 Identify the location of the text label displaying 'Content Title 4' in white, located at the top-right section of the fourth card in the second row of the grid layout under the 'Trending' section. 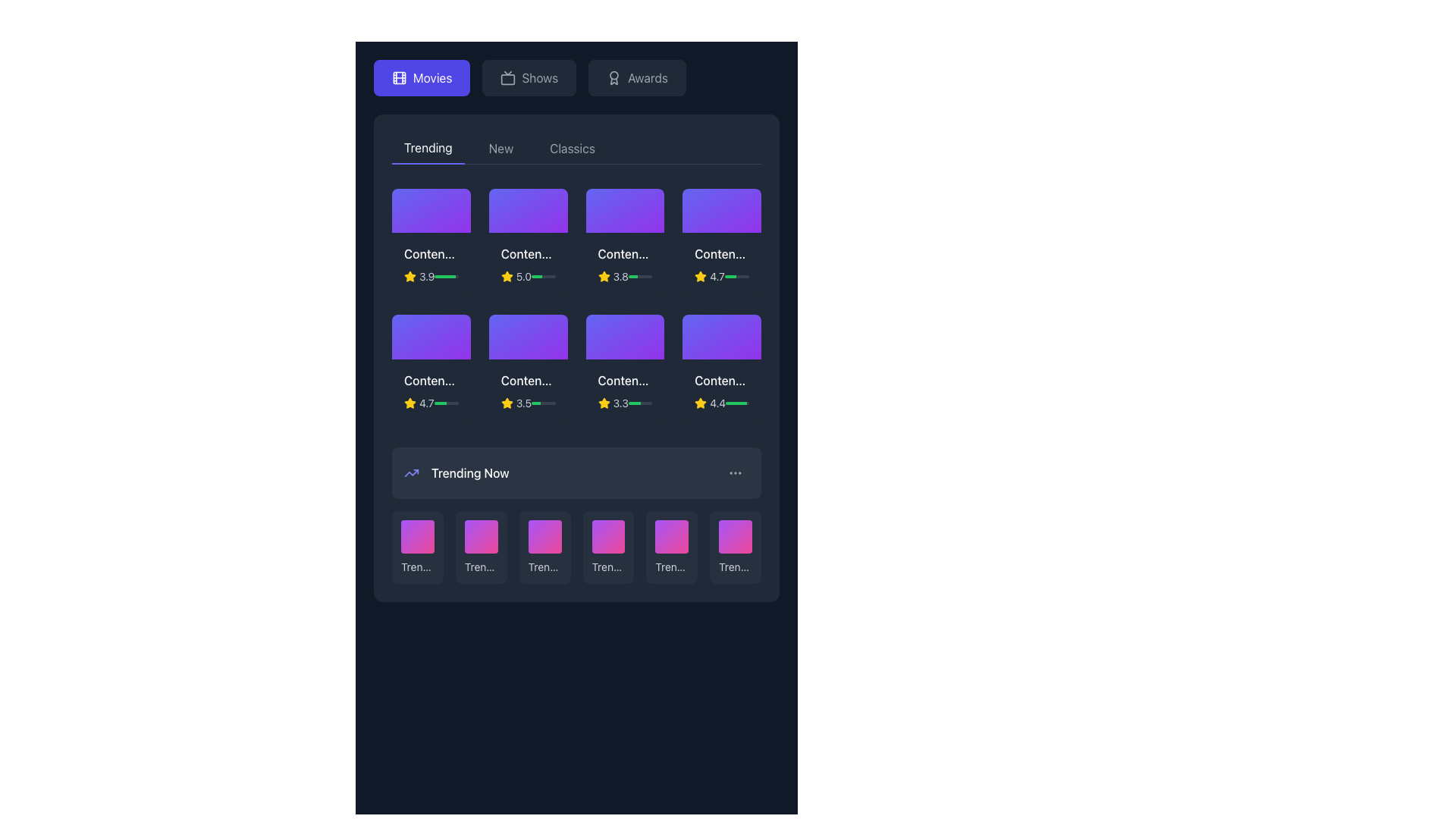
(721, 253).